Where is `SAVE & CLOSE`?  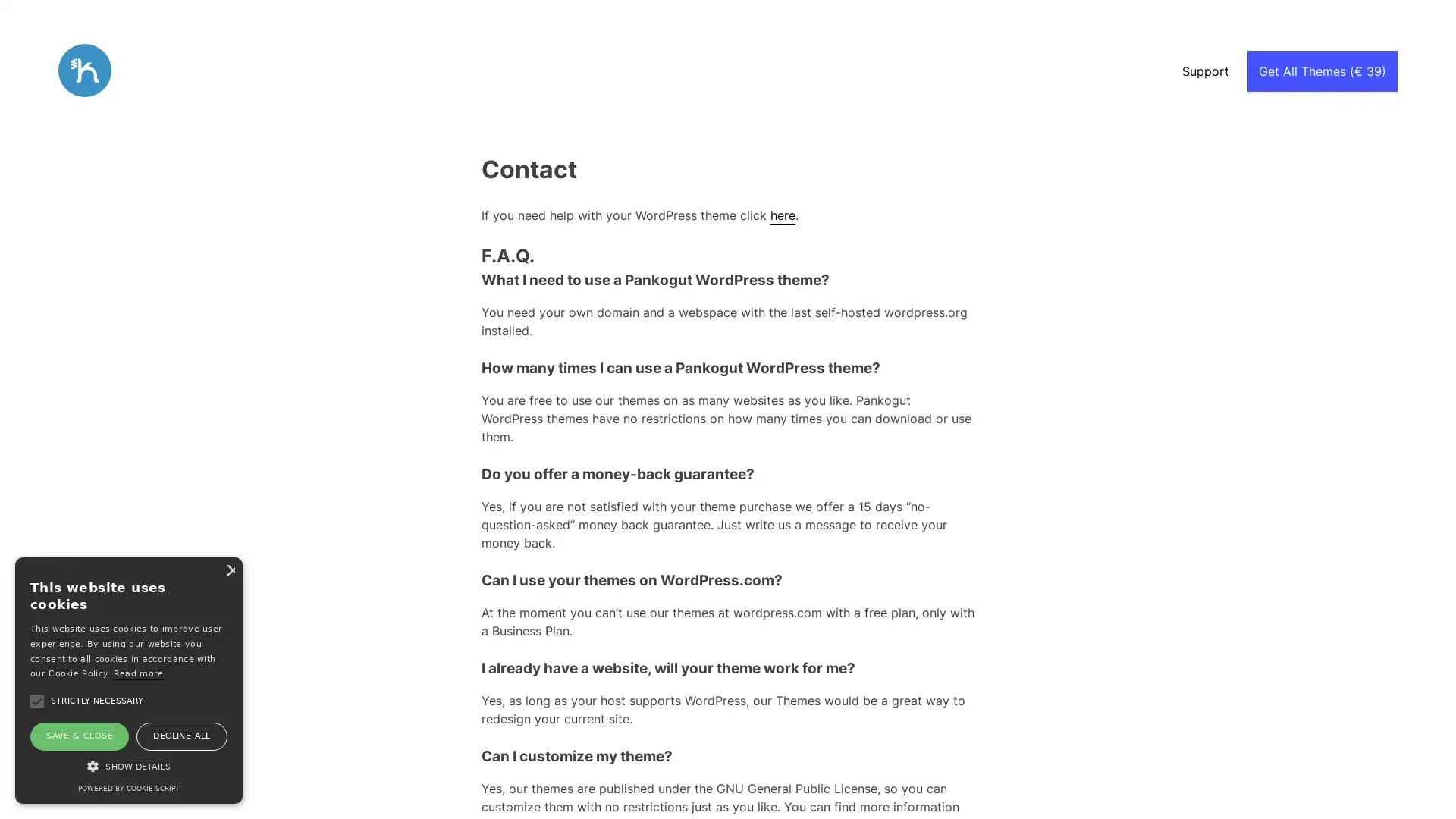
SAVE & CLOSE is located at coordinates (79, 736).